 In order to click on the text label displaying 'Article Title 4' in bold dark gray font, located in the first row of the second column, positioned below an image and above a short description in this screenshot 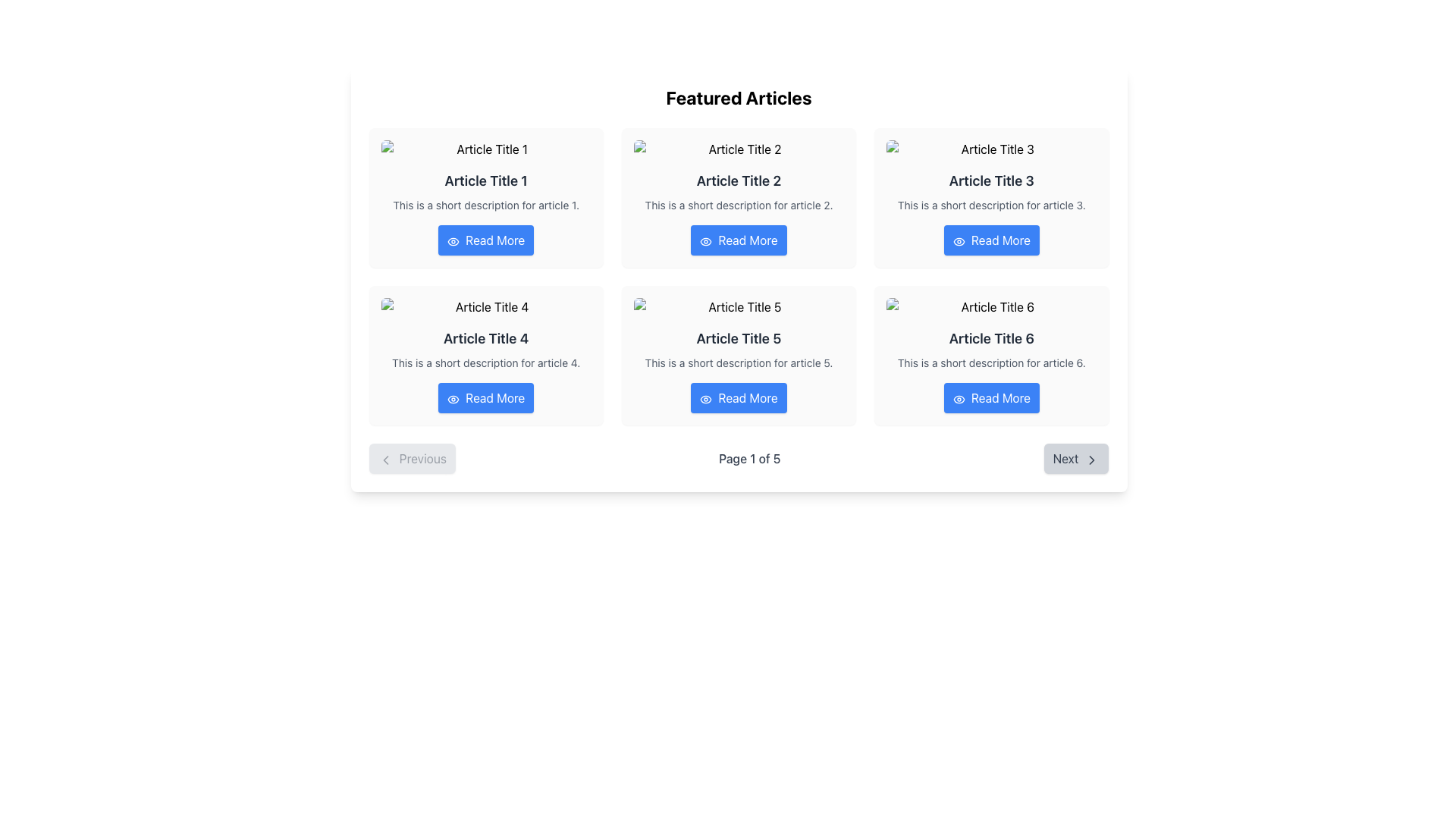, I will do `click(486, 338)`.